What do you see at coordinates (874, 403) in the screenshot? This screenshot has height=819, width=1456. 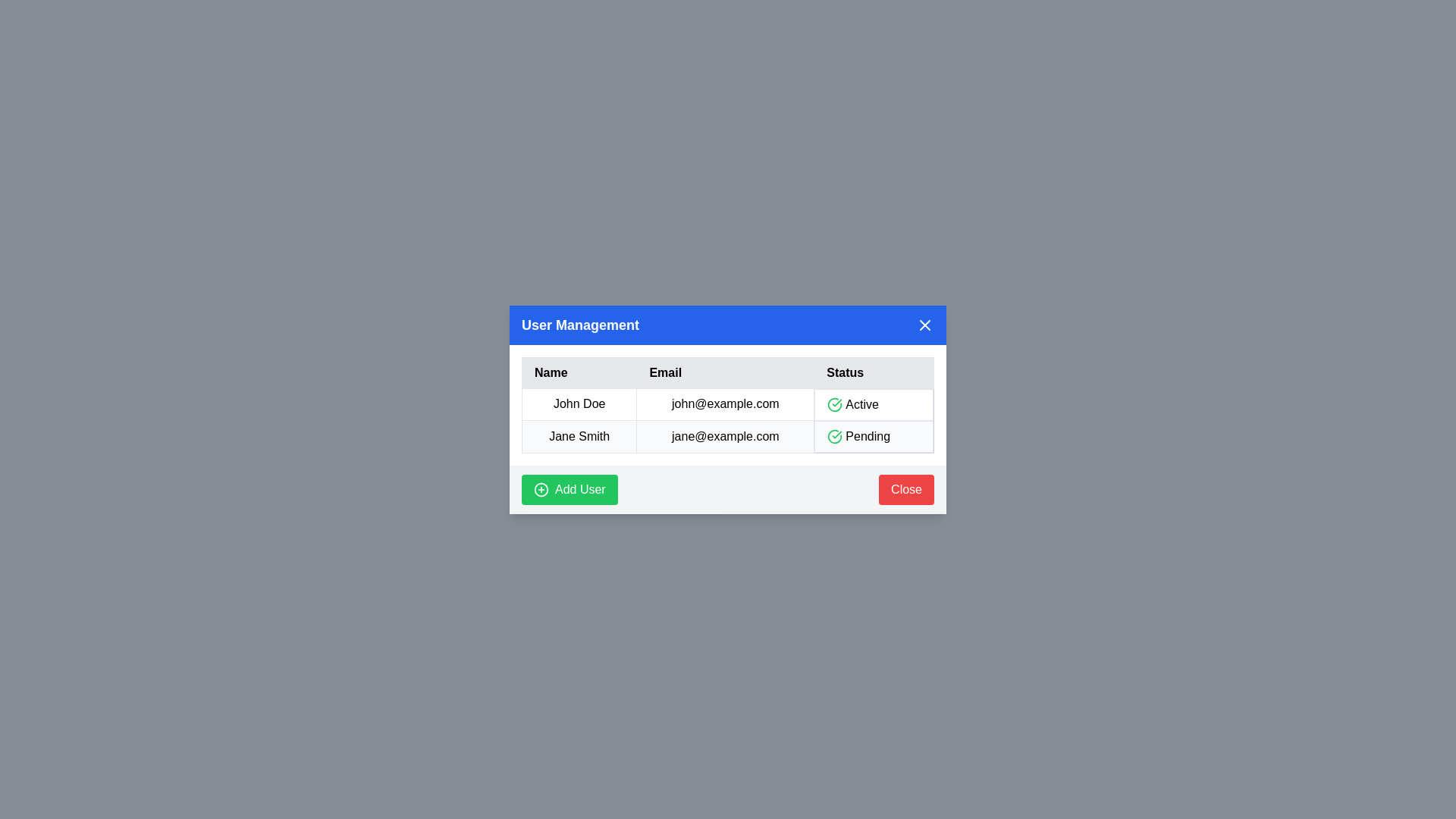 I see `the status Active to display its context` at bounding box center [874, 403].